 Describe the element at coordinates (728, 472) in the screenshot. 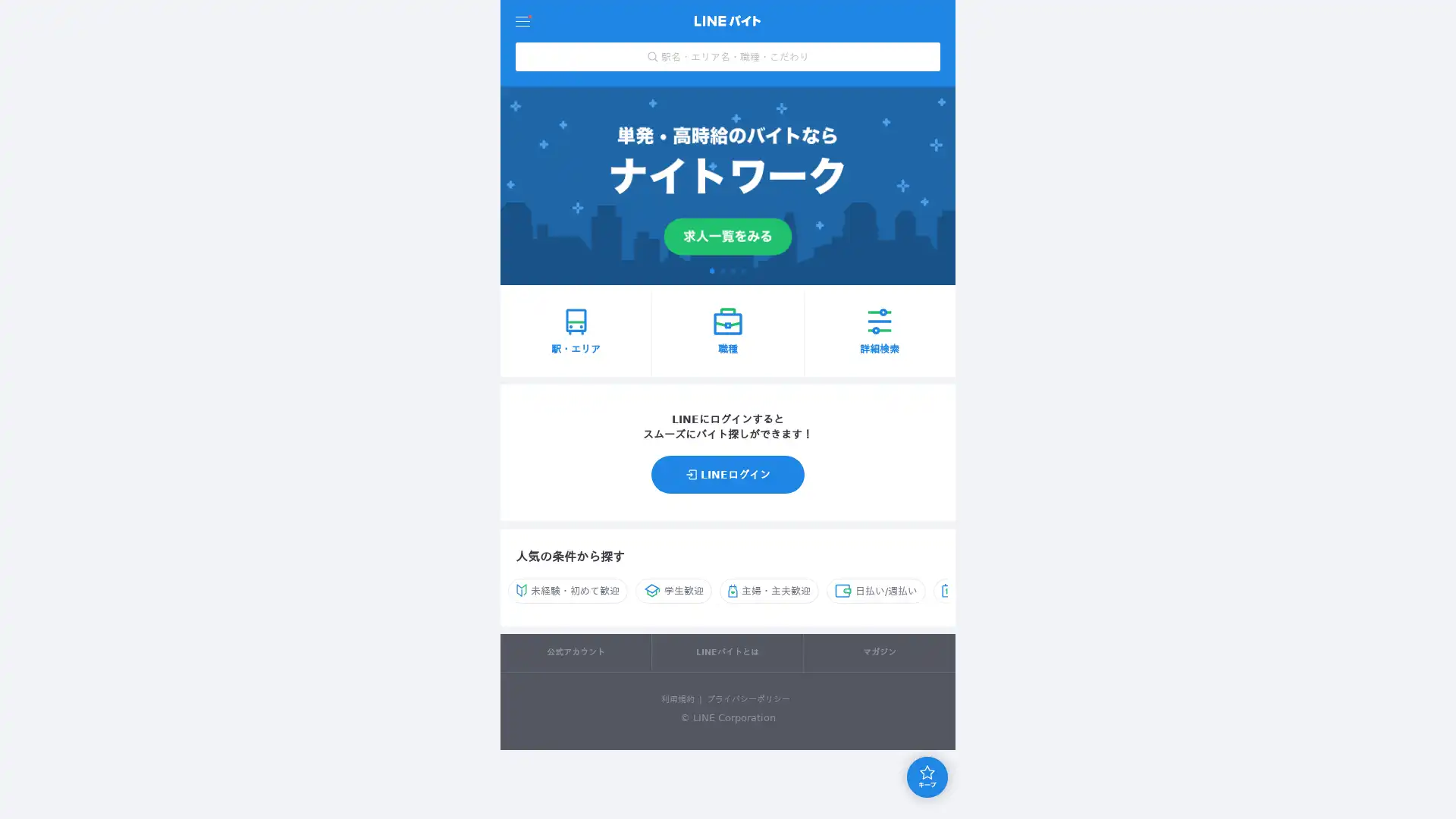

I see `LINE` at that location.